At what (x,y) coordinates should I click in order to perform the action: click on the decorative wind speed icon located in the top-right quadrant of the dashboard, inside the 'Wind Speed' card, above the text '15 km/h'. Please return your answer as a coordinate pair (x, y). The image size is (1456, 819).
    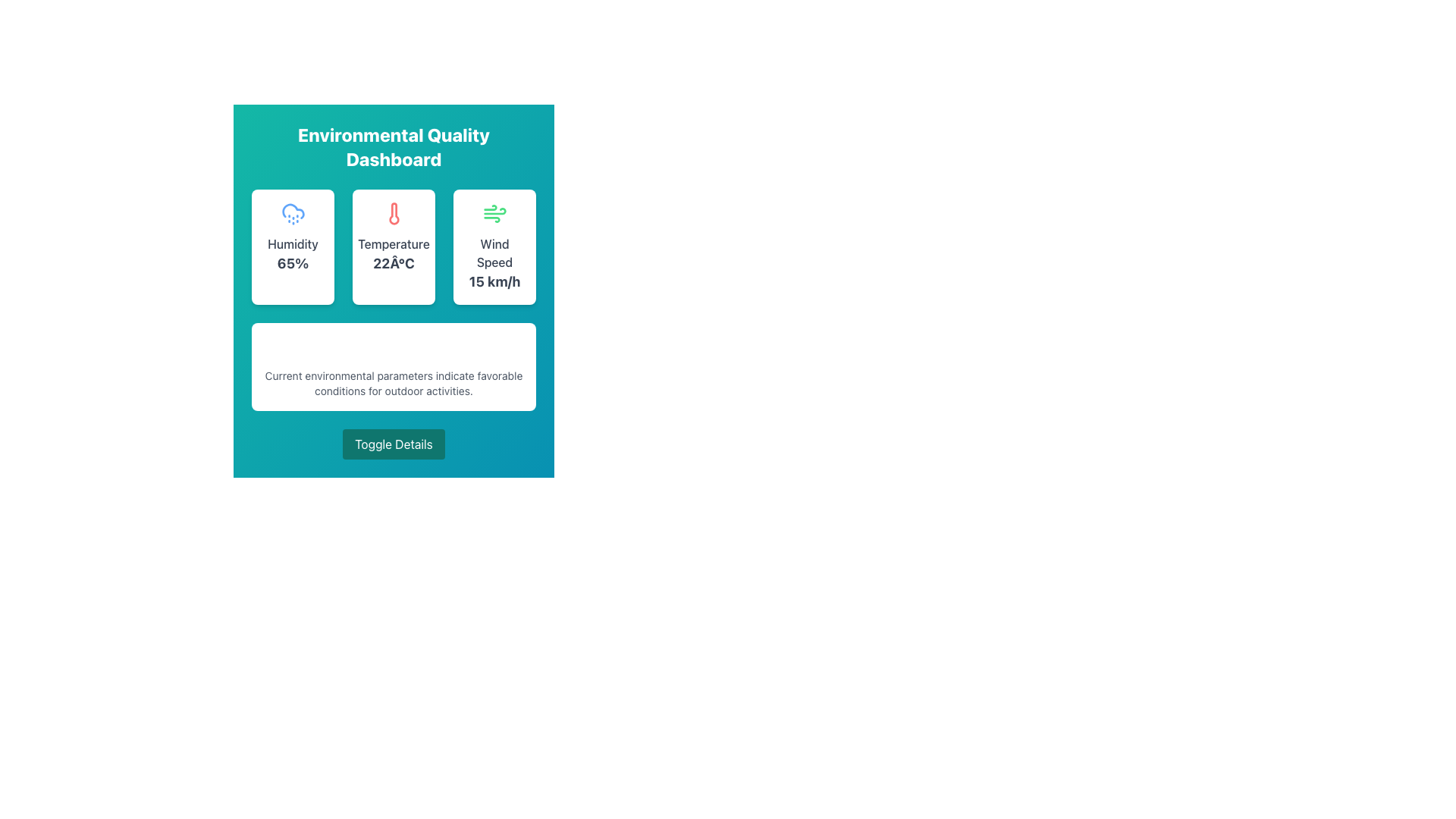
    Looking at the image, I should click on (494, 213).